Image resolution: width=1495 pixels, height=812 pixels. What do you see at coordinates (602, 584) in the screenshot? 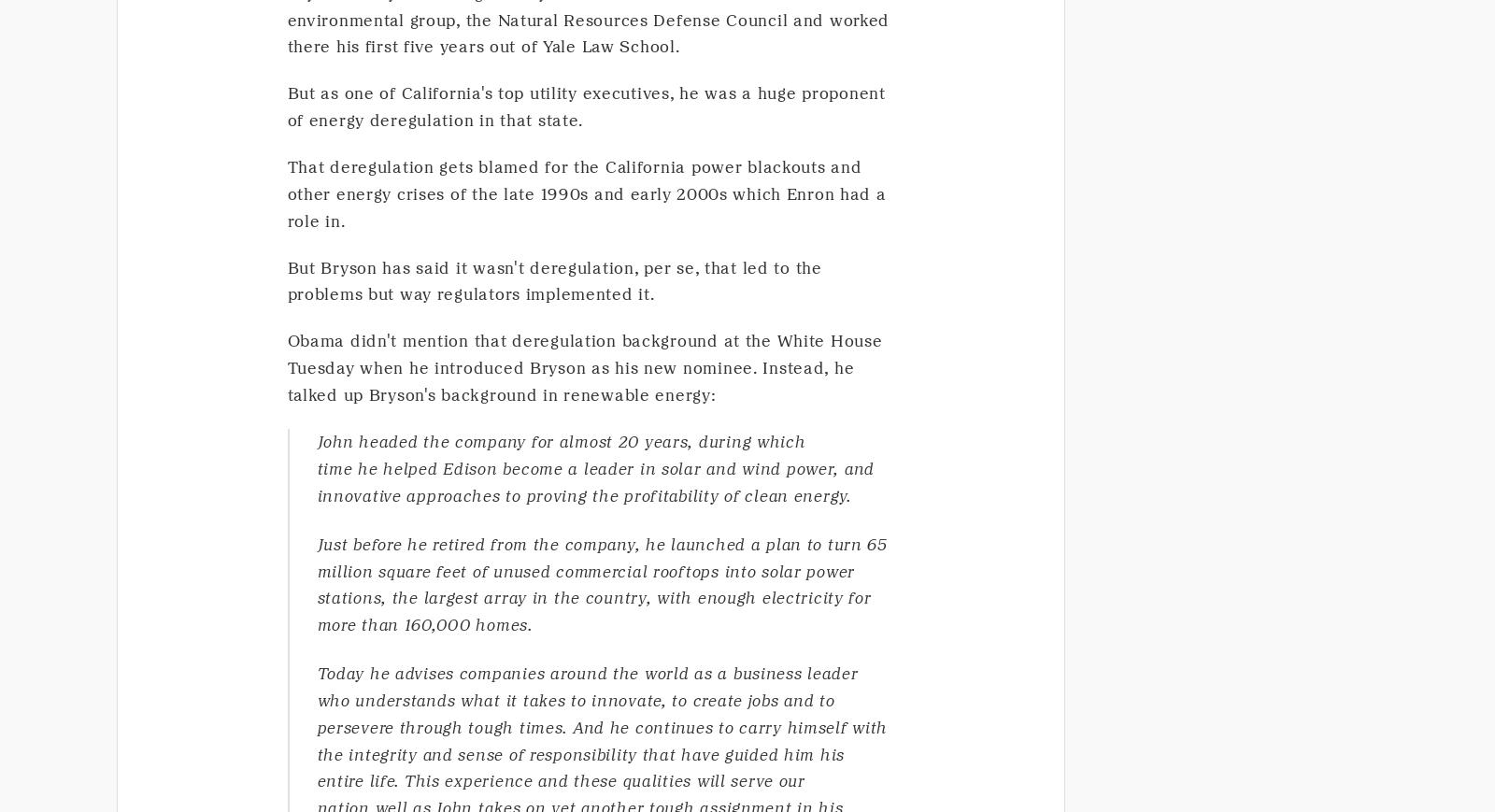
I see `'Just before he retired from the company, he launched a plan to turn 65 million square feet of unused commercial rooftops into solar power stations, the largest array in the country, with enough electricity for more than 160,000 homes.'` at bounding box center [602, 584].